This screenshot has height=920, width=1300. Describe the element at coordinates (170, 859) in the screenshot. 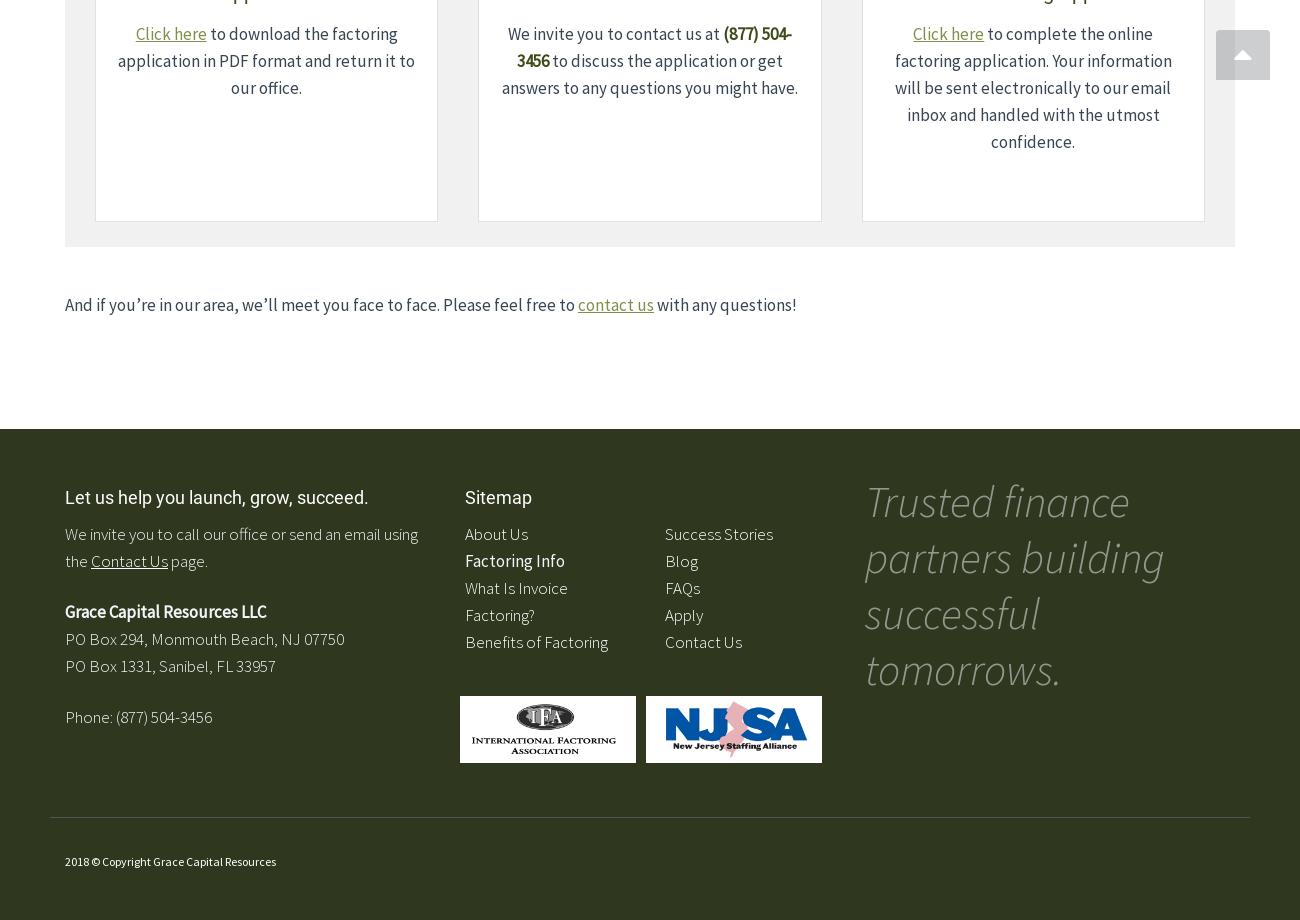

I see `'2018 © Copyright Grace Capital Resources'` at that location.